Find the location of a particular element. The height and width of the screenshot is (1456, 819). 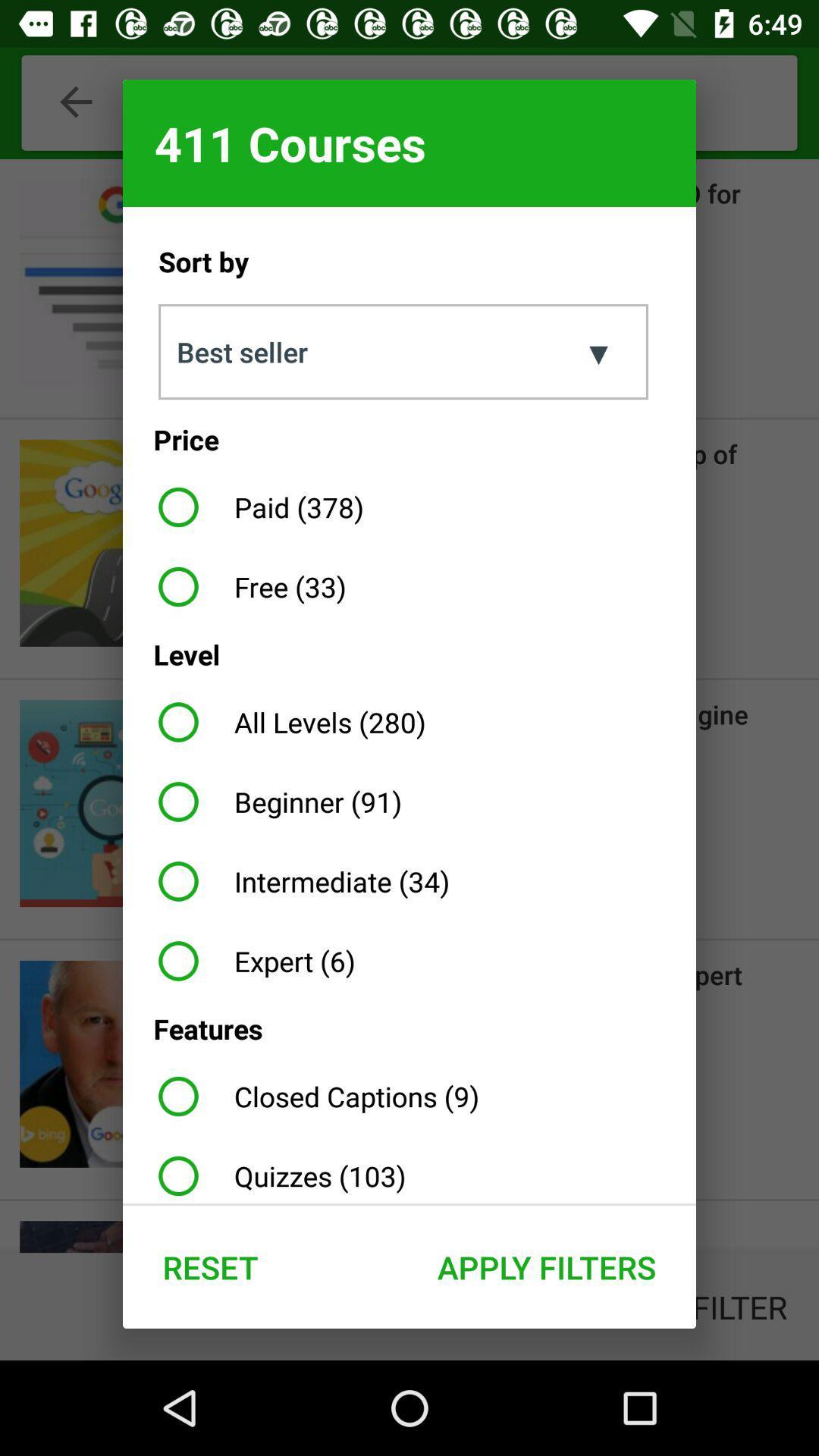

the app above the level item is located at coordinates (246, 585).